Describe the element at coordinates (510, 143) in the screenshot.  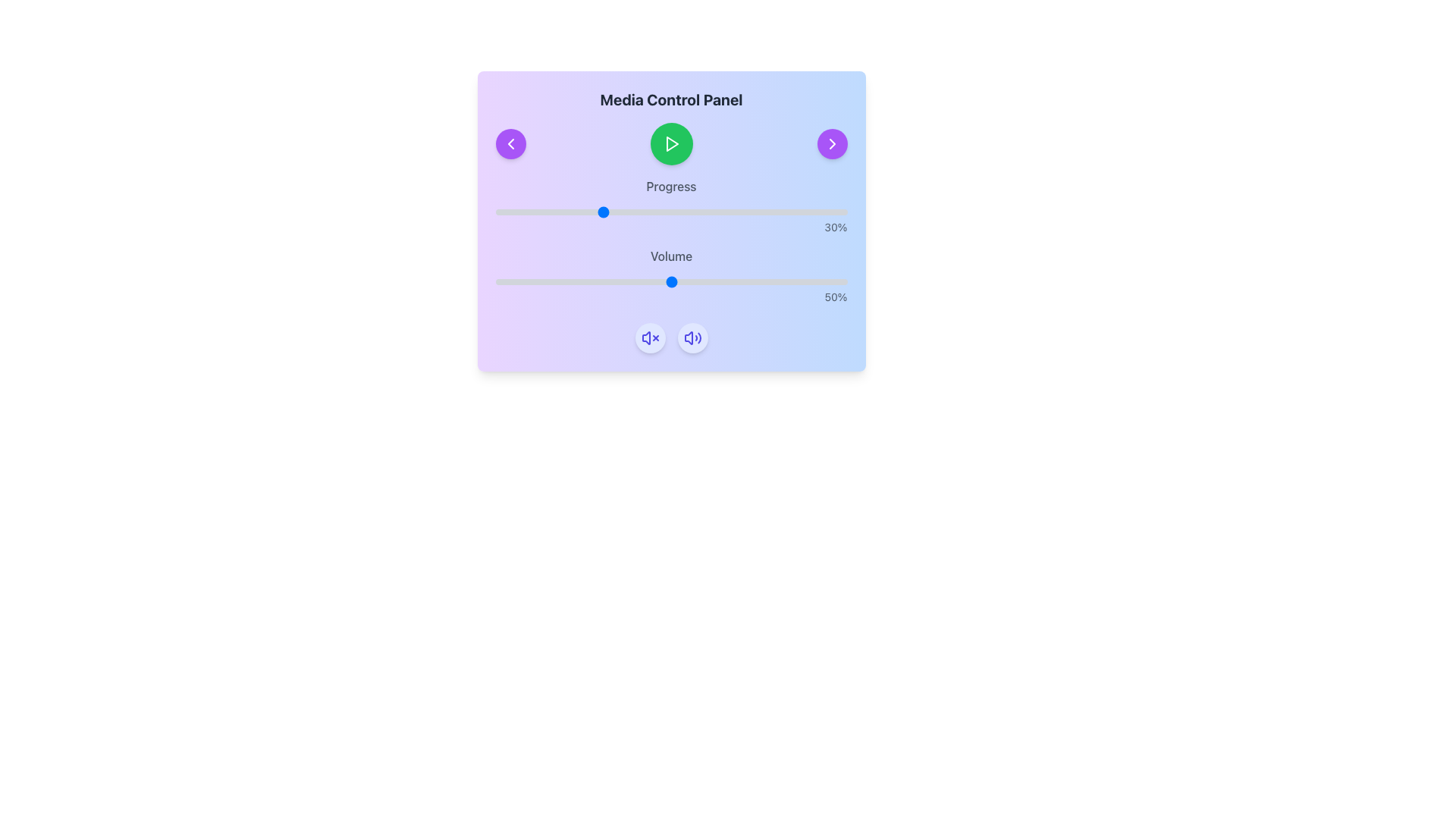
I see `the left-pointing chevron icon within the purple circular button on the top-left corner of the media control panel` at that location.